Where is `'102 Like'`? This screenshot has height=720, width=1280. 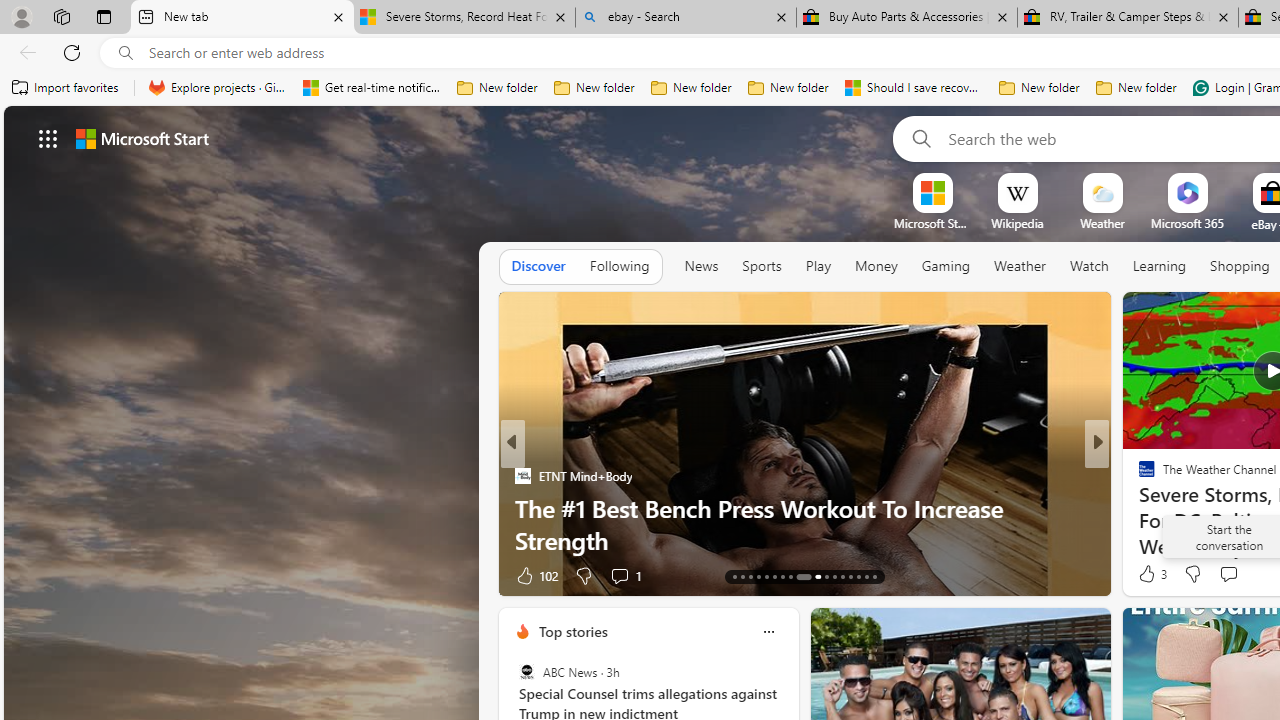 '102 Like' is located at coordinates (535, 575).